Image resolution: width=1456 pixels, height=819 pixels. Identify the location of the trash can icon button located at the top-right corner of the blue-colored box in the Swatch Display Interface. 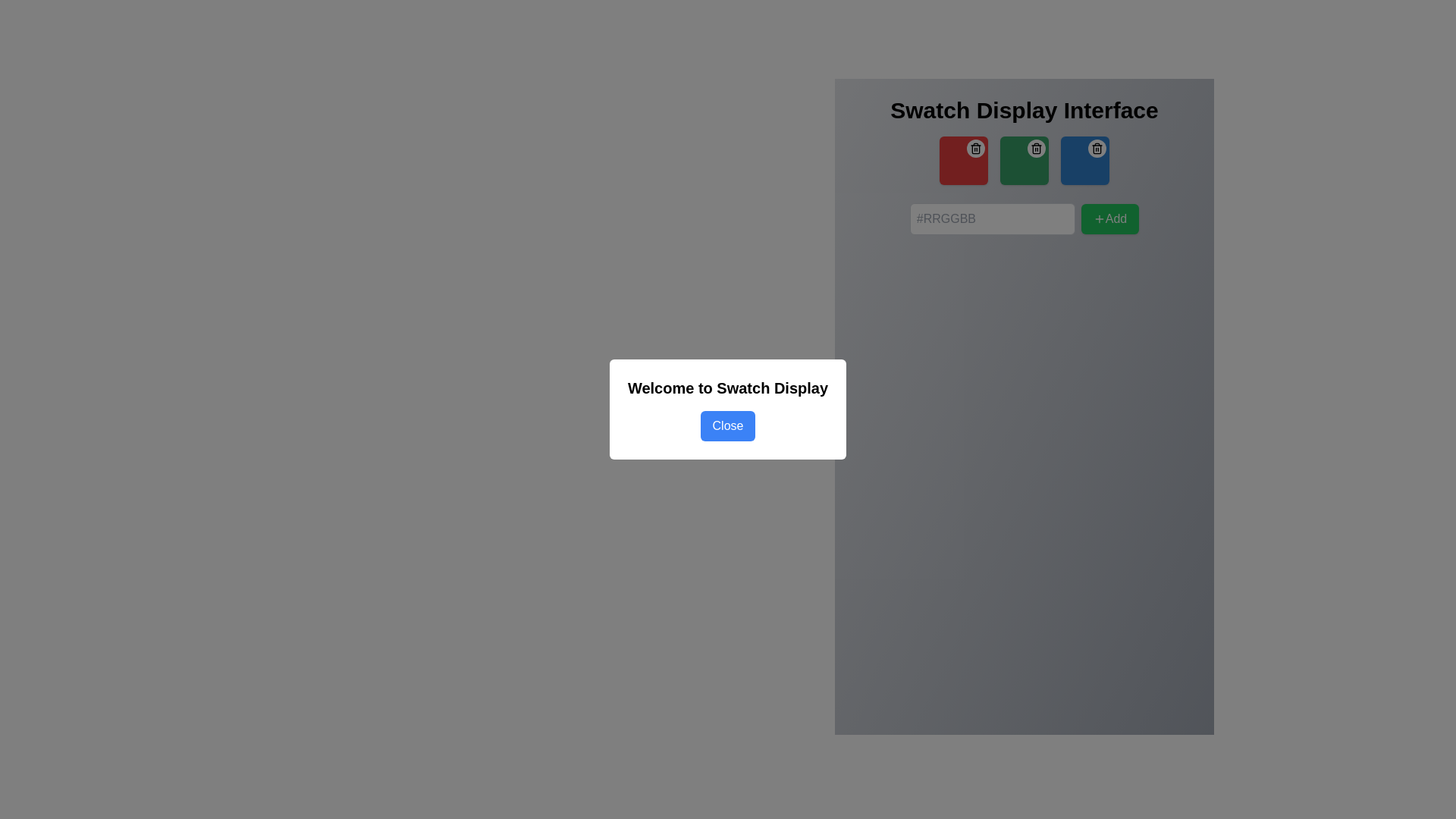
(1097, 149).